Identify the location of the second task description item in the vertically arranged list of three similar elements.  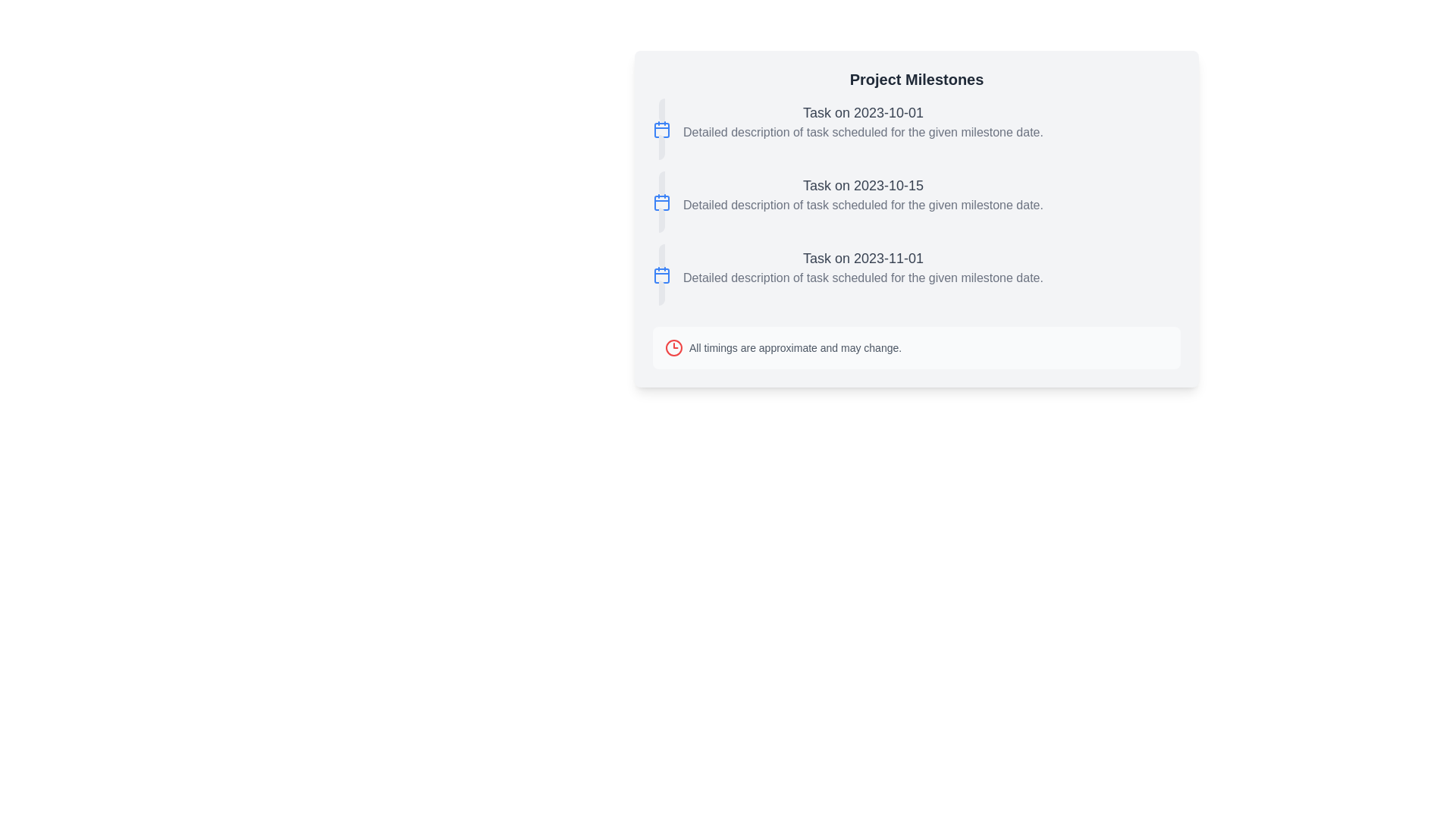
(863, 194).